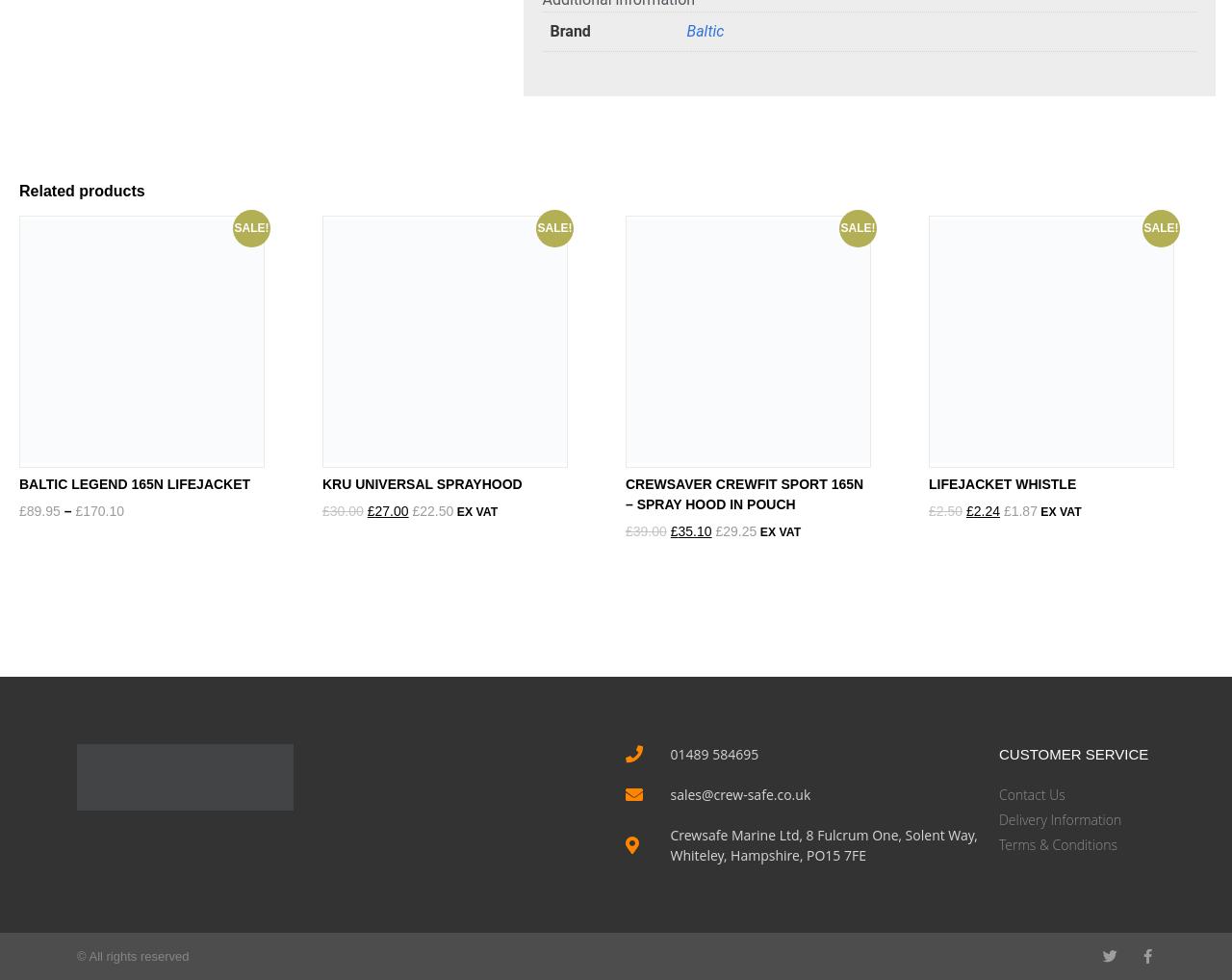 The width and height of the screenshot is (1232, 980). What do you see at coordinates (82, 508) in the screenshot?
I see `'170.10'` at bounding box center [82, 508].